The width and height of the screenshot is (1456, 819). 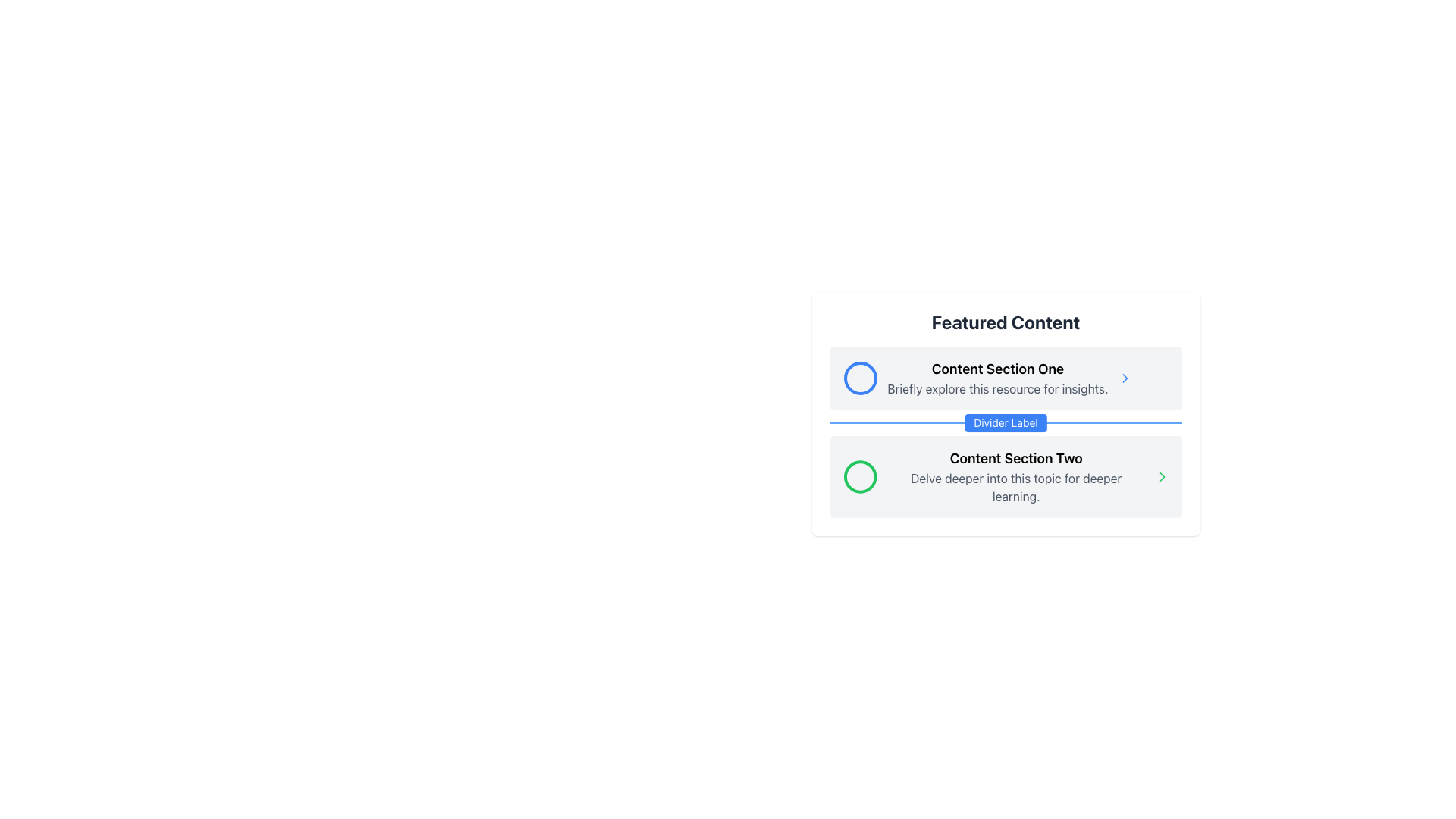 I want to click on text of the label positioned at the center of the horizontal blue divider between 'Content Section One' and 'Content Section Two', so click(x=1006, y=423).